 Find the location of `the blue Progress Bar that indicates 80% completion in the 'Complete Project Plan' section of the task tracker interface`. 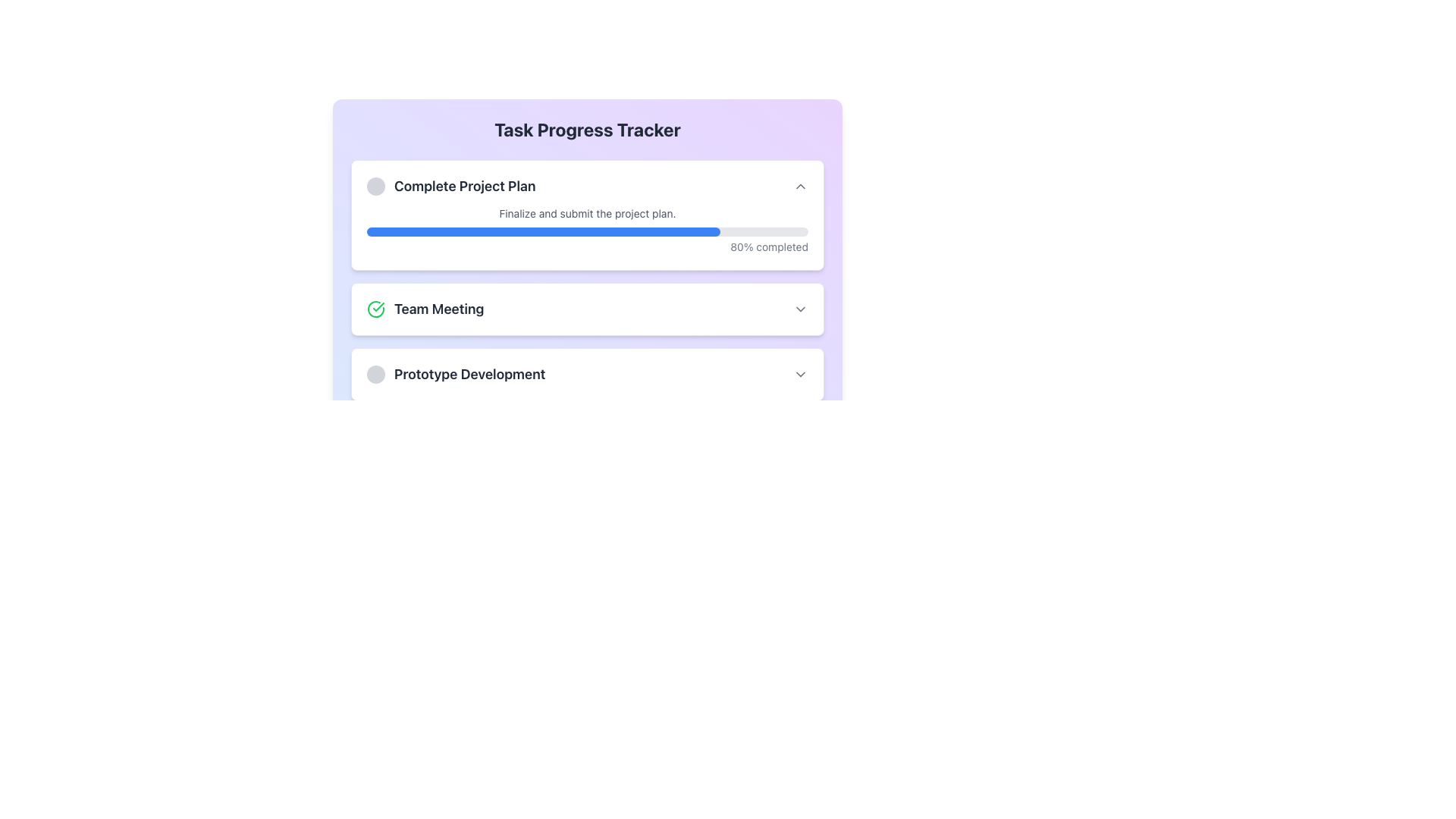

the blue Progress Bar that indicates 80% completion in the 'Complete Project Plan' section of the task tracker interface is located at coordinates (543, 231).